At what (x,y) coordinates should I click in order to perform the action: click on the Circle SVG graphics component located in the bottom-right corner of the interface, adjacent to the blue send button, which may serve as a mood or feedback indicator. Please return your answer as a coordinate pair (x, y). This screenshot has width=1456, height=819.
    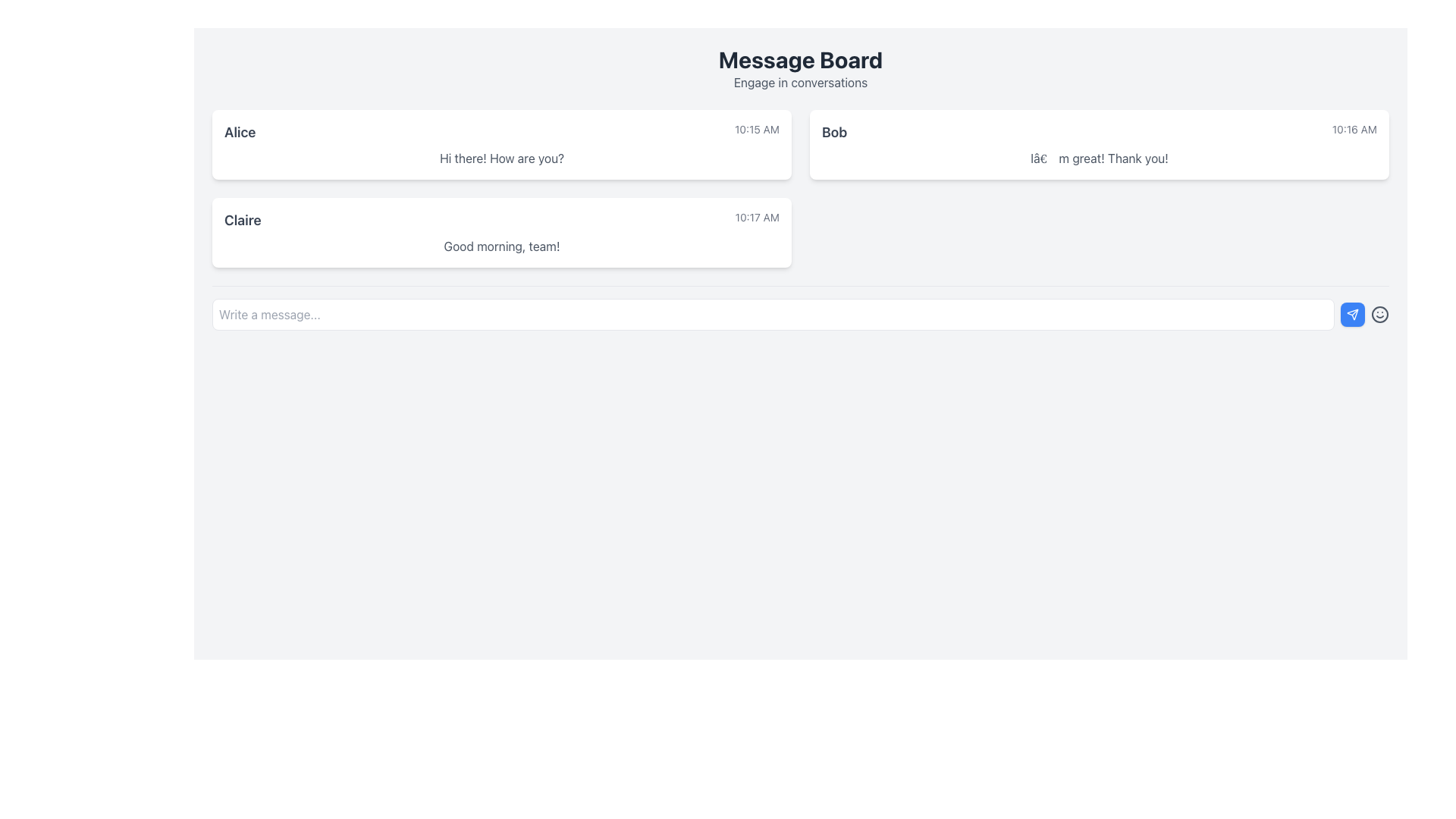
    Looking at the image, I should click on (1379, 314).